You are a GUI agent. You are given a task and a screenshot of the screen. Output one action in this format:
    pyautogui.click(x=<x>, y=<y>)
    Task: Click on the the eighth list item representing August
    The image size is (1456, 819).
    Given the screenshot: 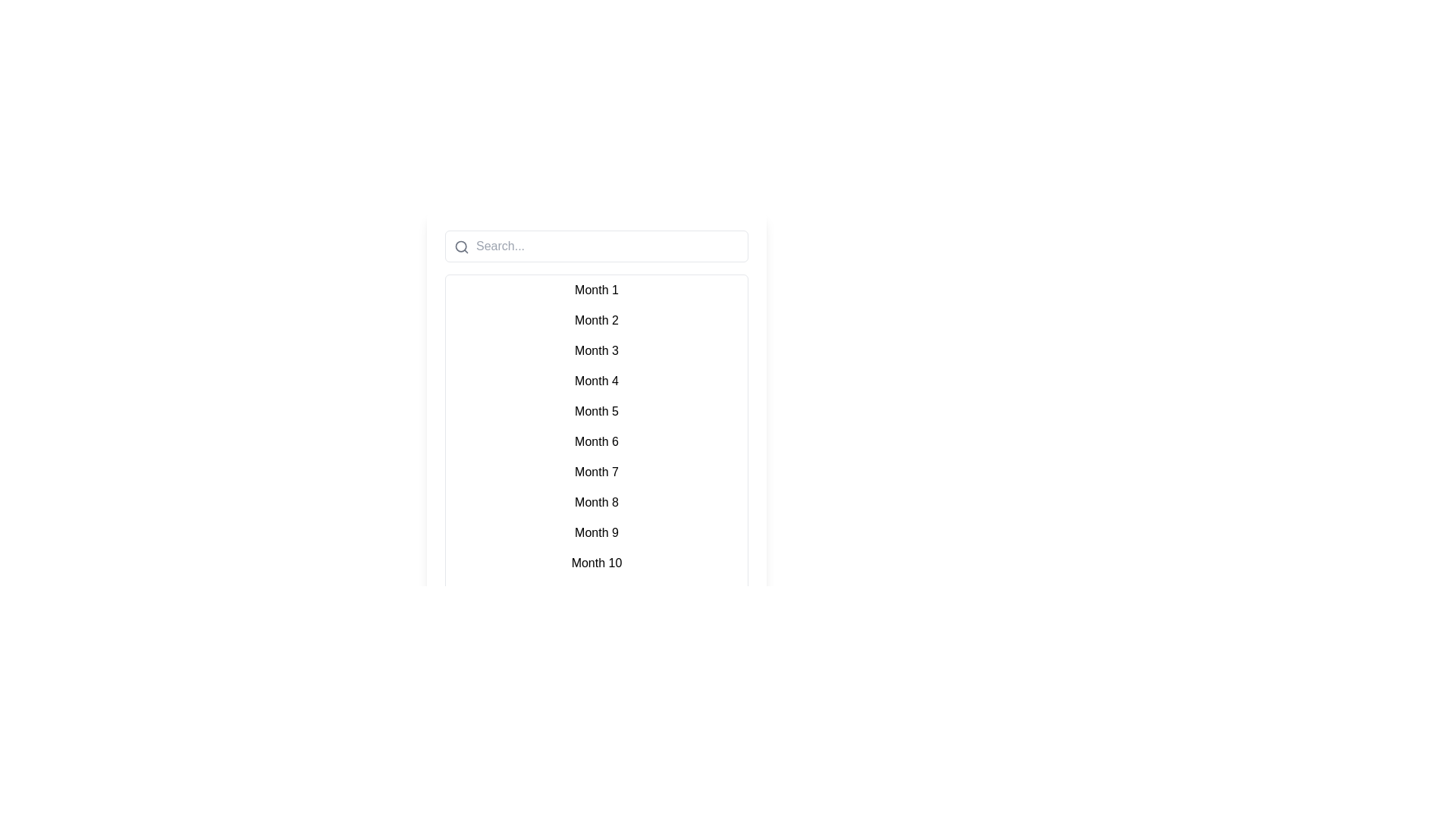 What is the action you would take?
    pyautogui.click(x=596, y=503)
    